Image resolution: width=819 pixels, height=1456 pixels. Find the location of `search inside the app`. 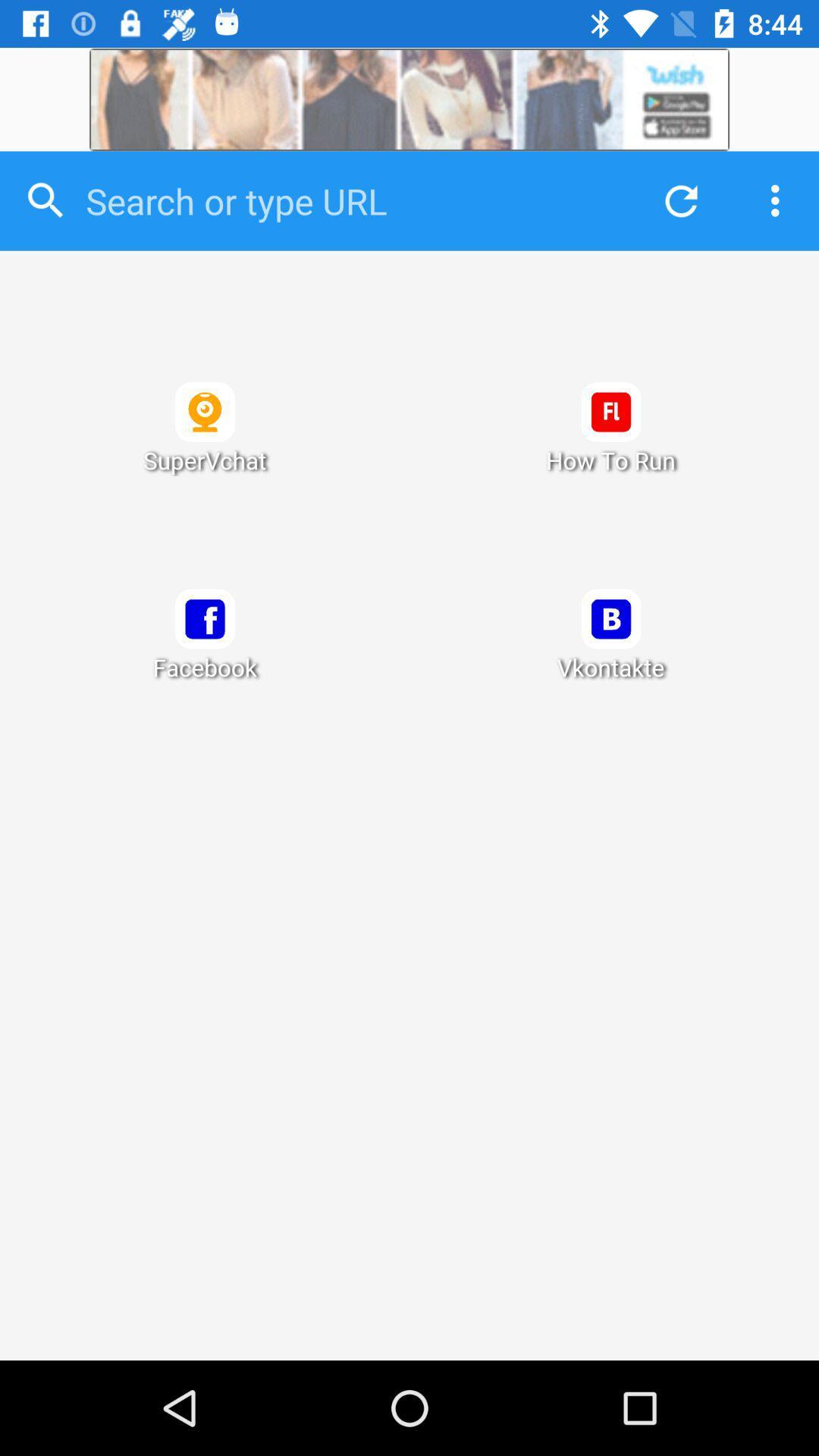

search inside the app is located at coordinates (350, 200).